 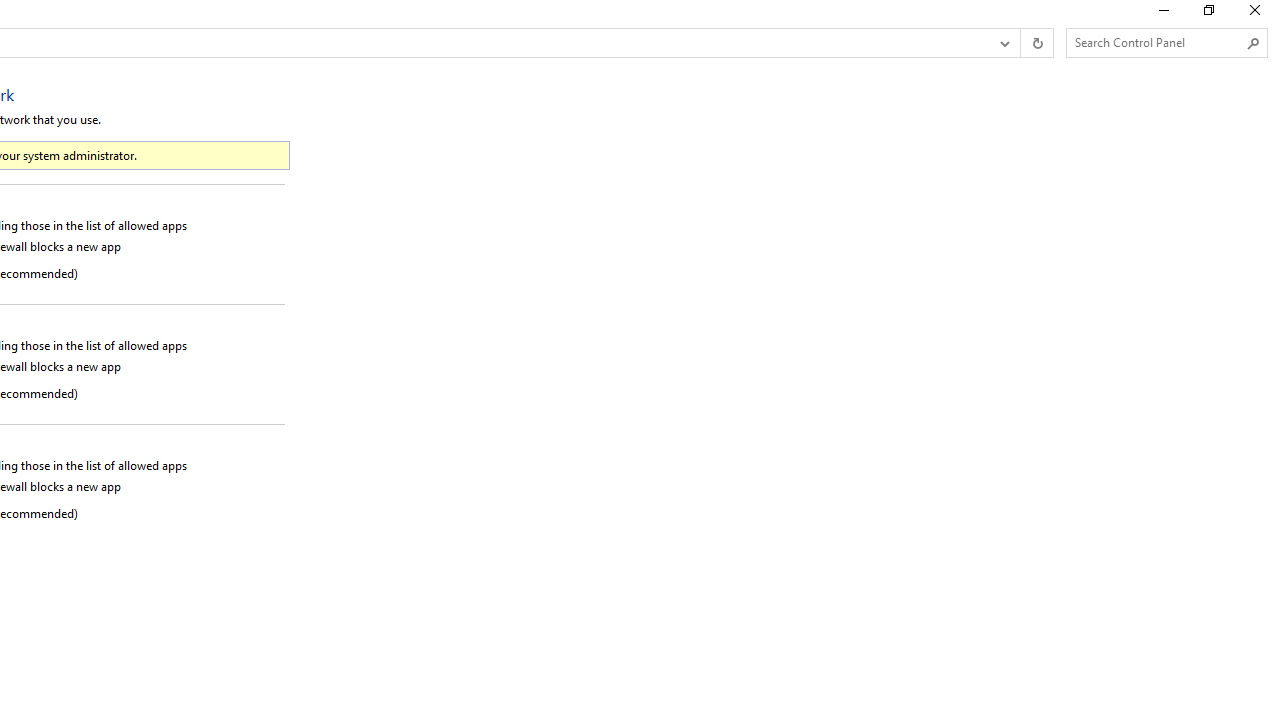 What do you see at coordinates (1207, 15) in the screenshot?
I see `'Restore'` at bounding box center [1207, 15].